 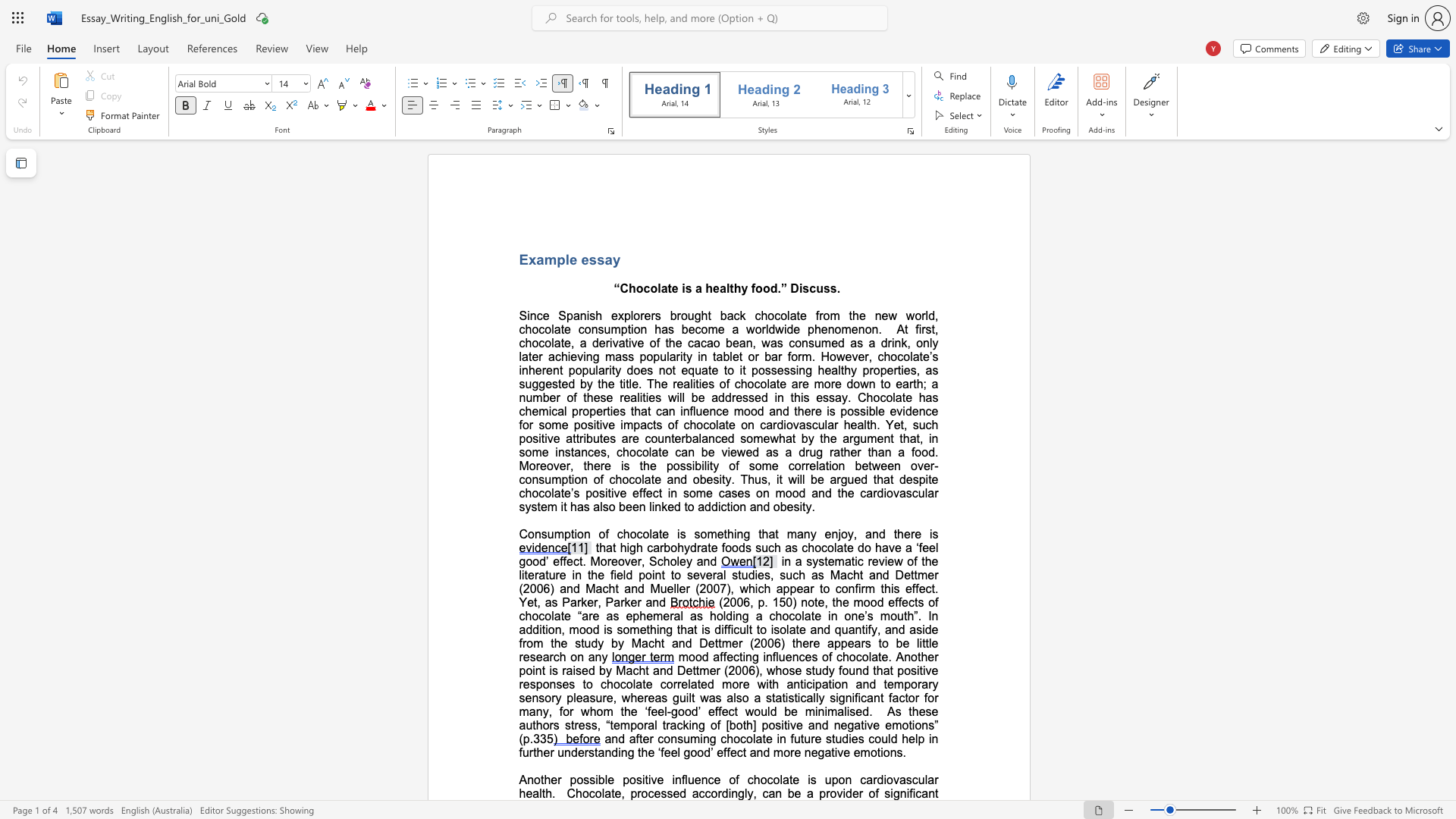 I want to click on the subset text "count" within the text "for some positive impacts of chocolate on cardiovascular health. Yet, such positive attributes are counterbalanced", so click(x=645, y=438).